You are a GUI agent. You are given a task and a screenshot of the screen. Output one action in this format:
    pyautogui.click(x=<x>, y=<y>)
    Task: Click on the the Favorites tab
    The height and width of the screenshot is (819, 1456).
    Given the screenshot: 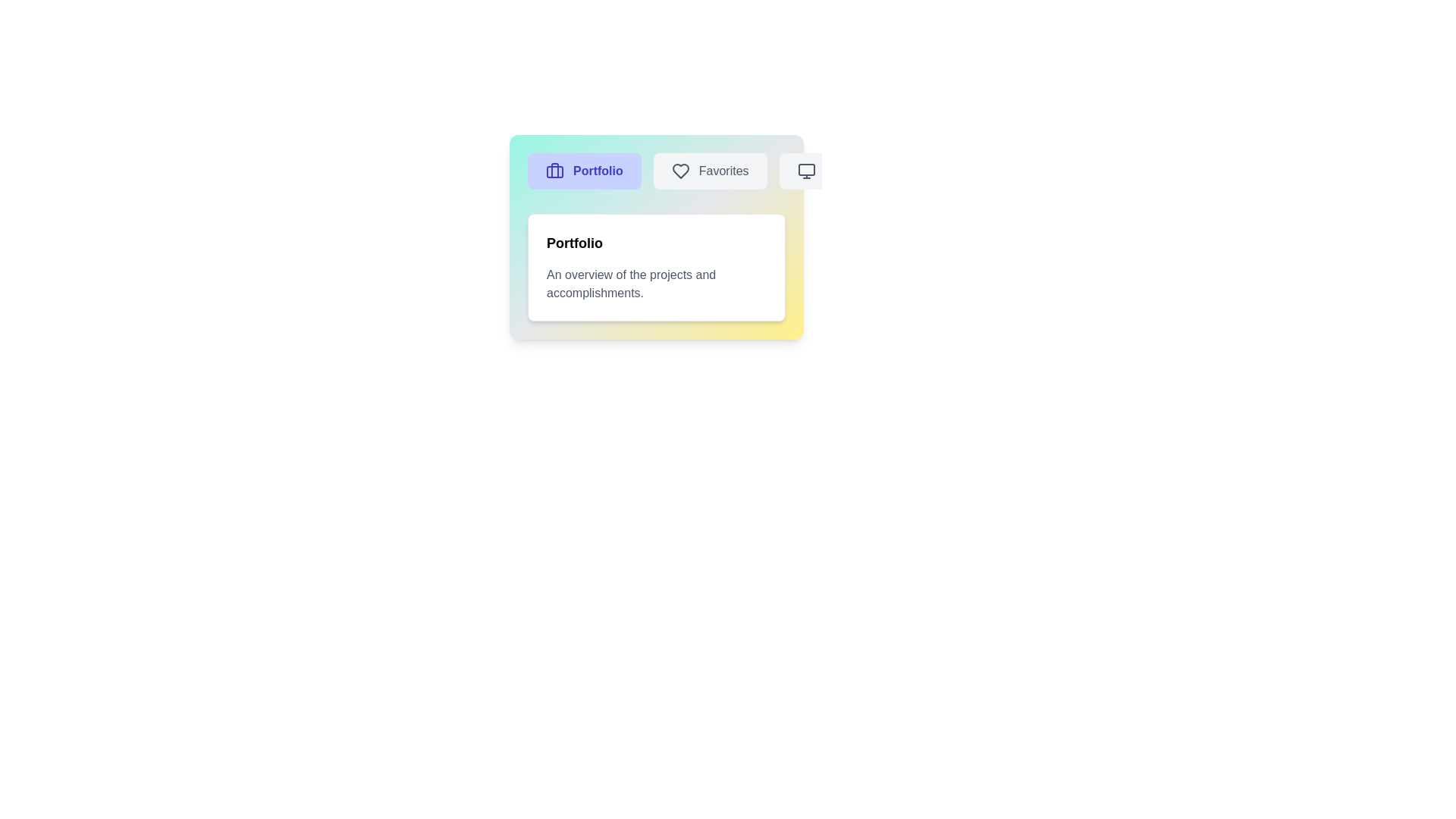 What is the action you would take?
    pyautogui.click(x=709, y=171)
    